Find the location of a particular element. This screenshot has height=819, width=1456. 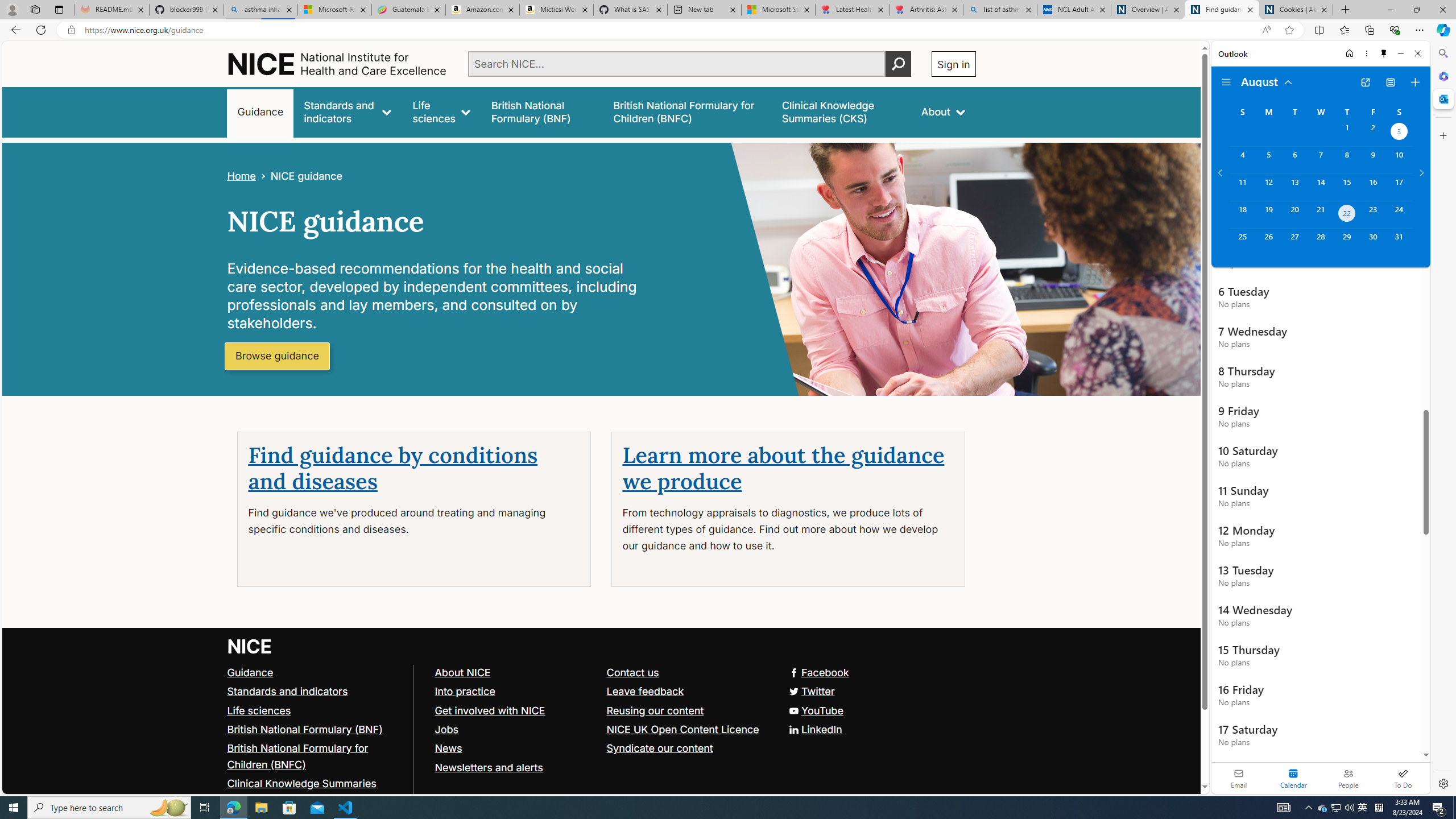

'Guidance' is located at coordinates (250, 671).